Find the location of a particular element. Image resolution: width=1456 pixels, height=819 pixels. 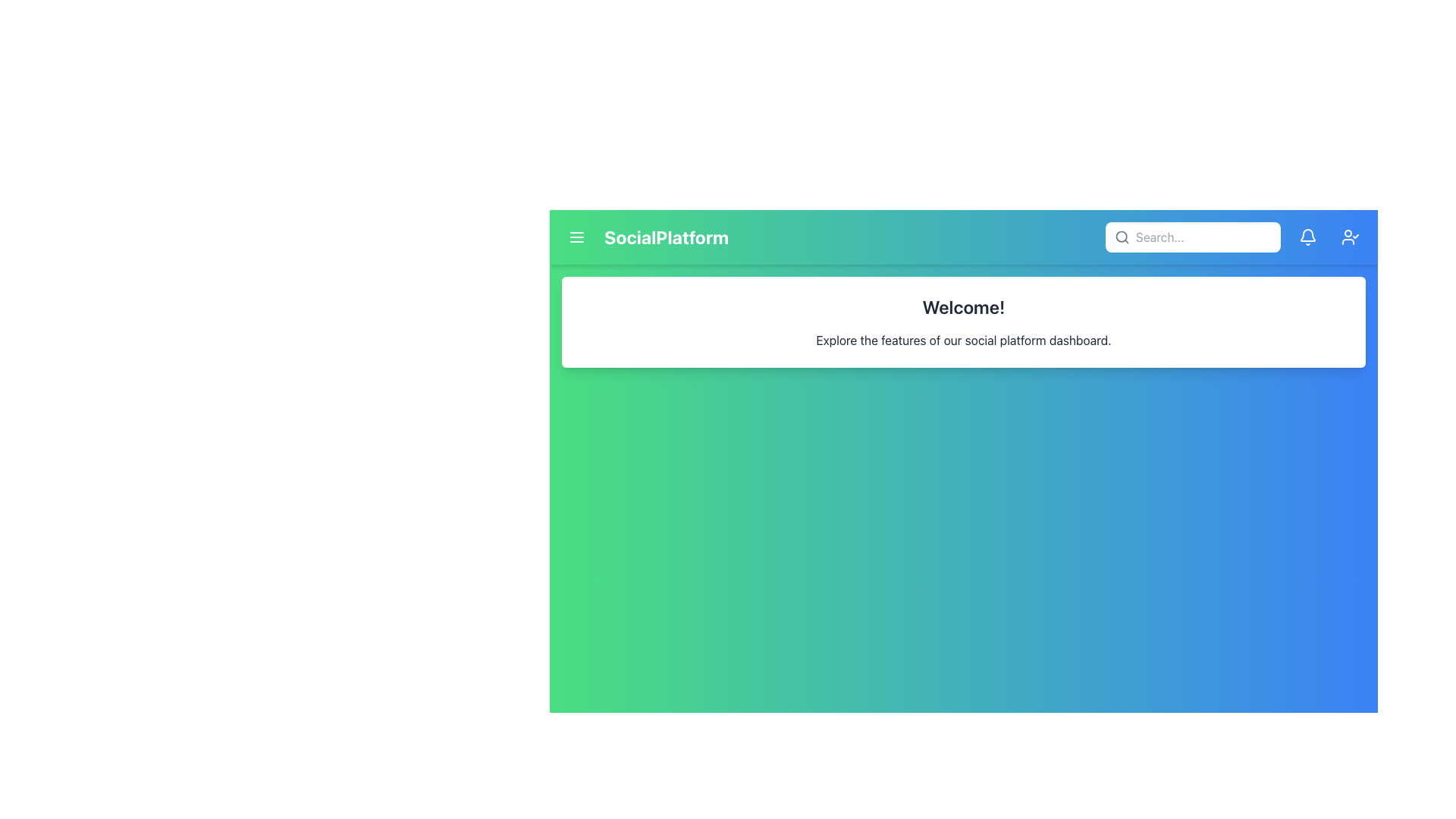

the bell icon representing notifications located at the top-right corner of the viewport is located at coordinates (1307, 237).